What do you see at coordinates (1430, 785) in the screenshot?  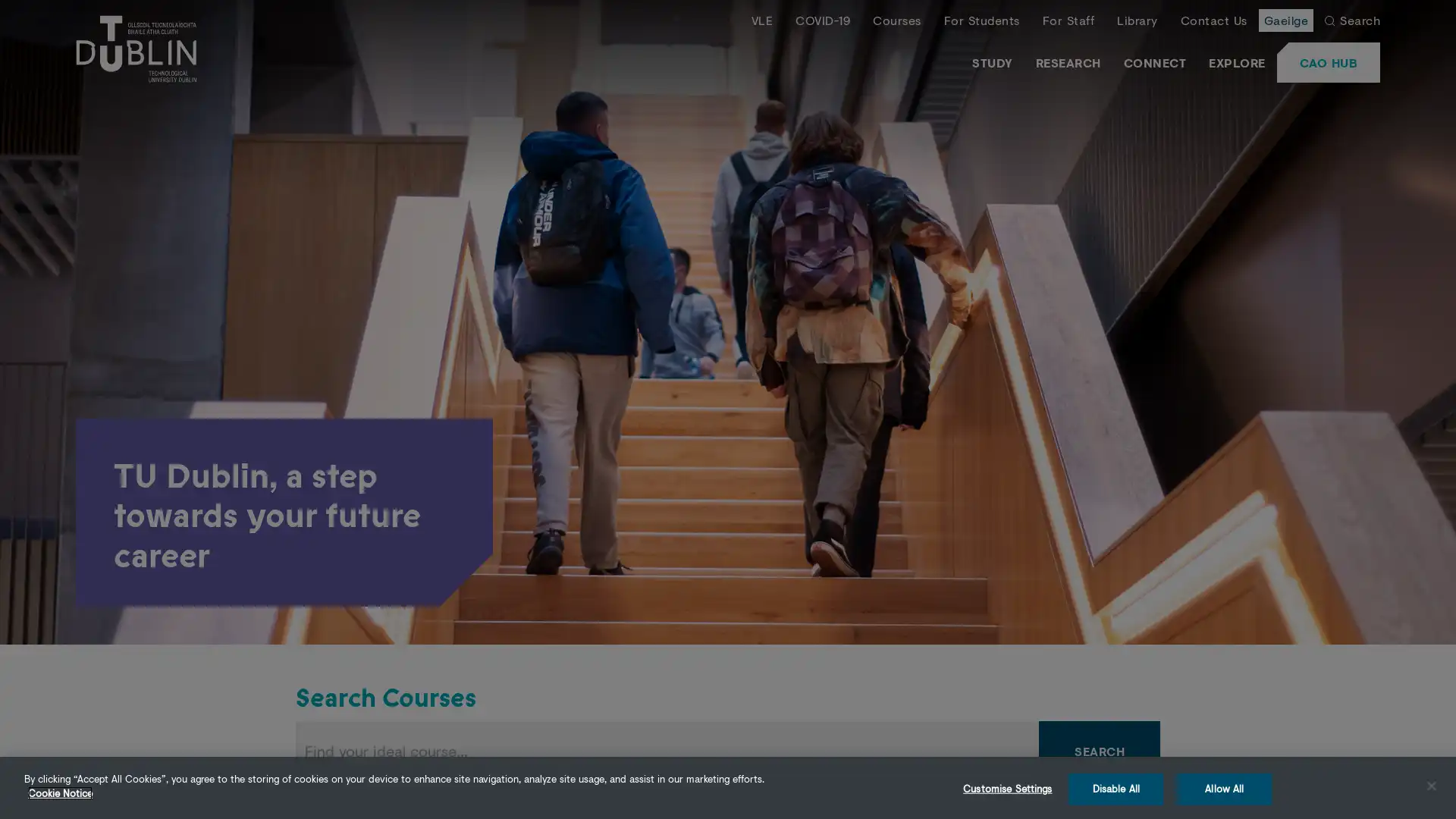 I see `Close` at bounding box center [1430, 785].